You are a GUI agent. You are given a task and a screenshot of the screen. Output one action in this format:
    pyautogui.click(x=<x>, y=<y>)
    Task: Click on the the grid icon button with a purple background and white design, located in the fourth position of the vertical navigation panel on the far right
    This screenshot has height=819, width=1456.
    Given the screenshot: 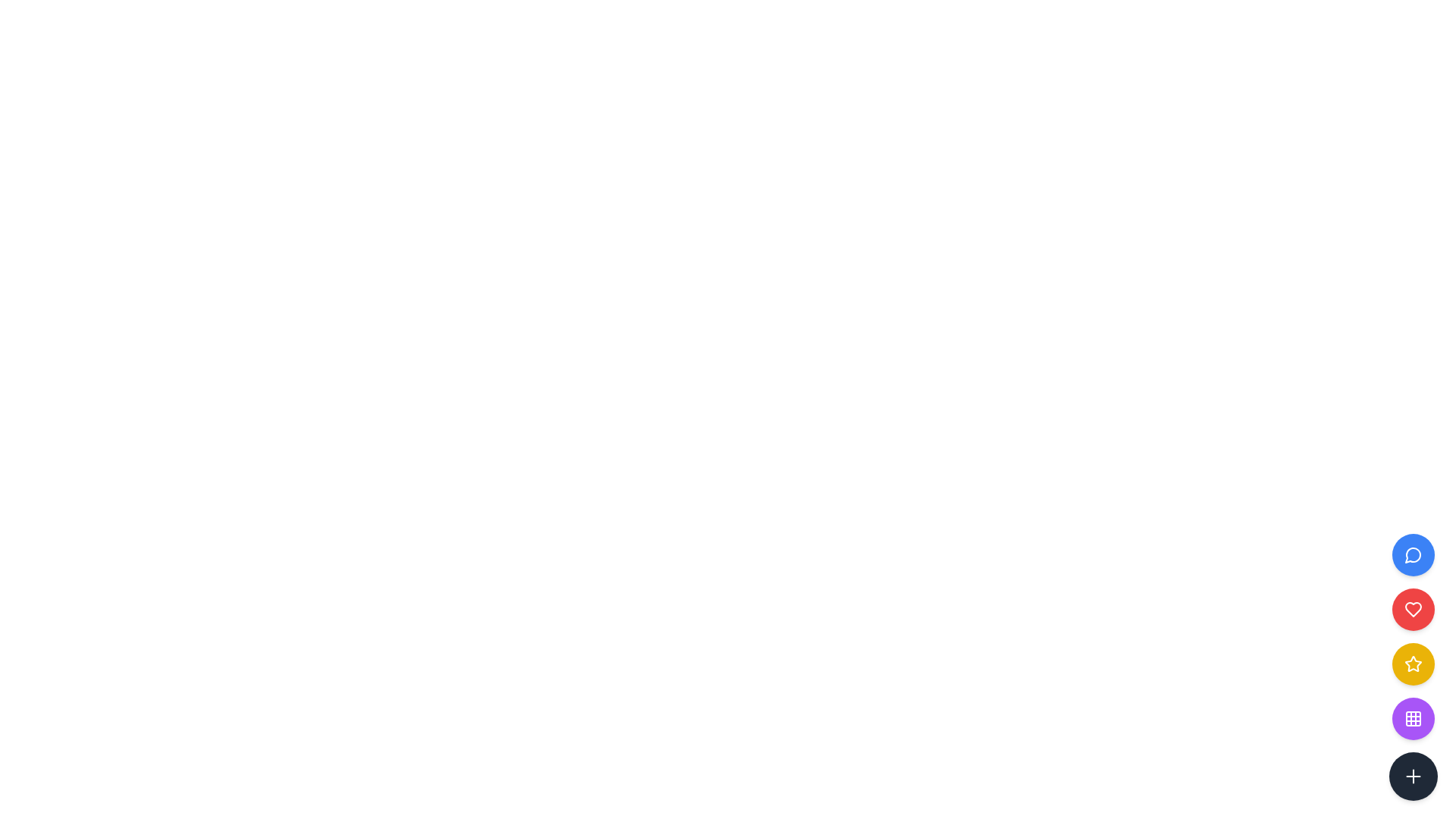 What is the action you would take?
    pyautogui.click(x=1412, y=718)
    